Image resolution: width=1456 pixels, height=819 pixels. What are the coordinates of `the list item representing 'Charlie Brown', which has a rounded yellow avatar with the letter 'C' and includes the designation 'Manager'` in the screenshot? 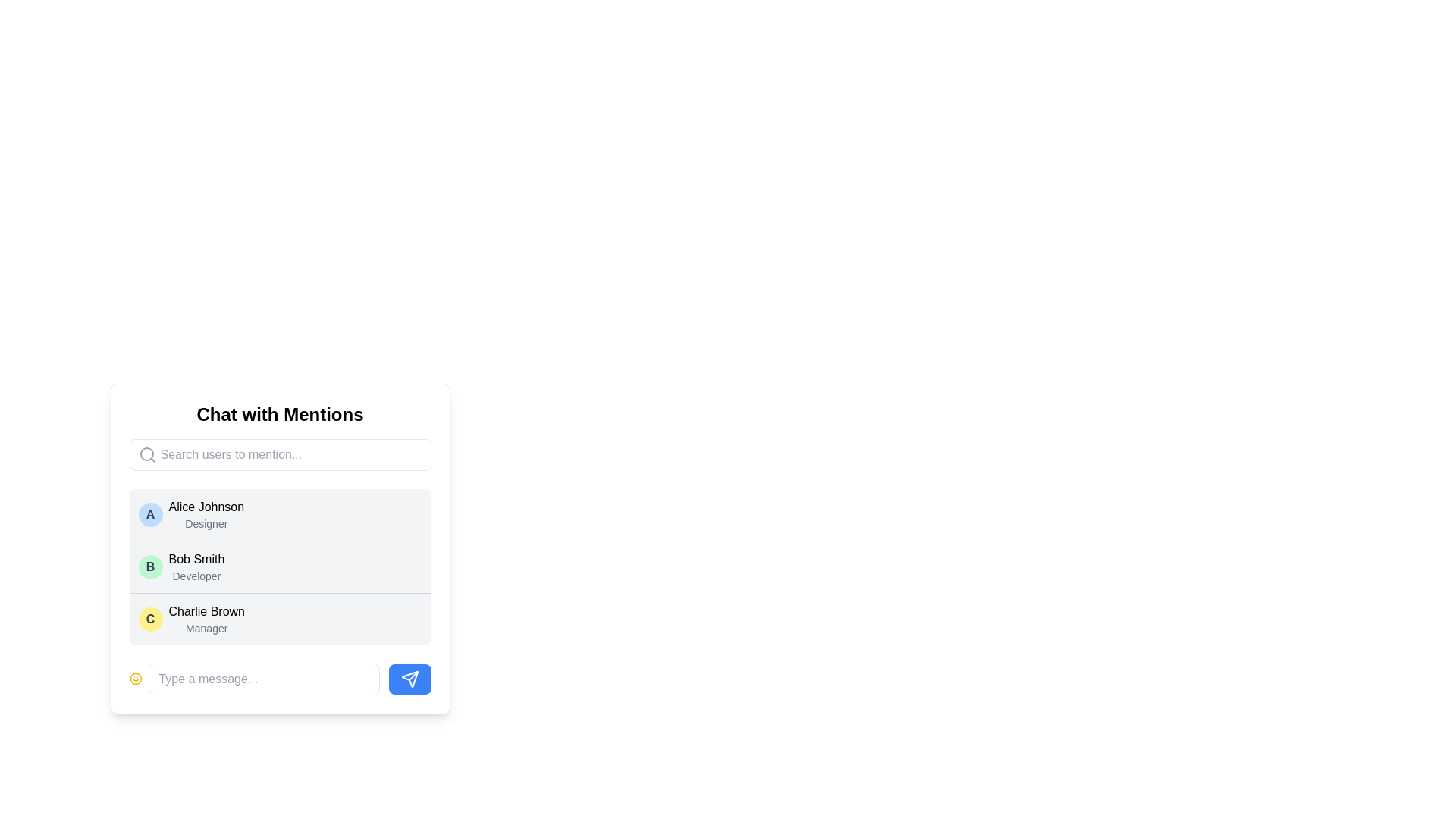 It's located at (280, 619).